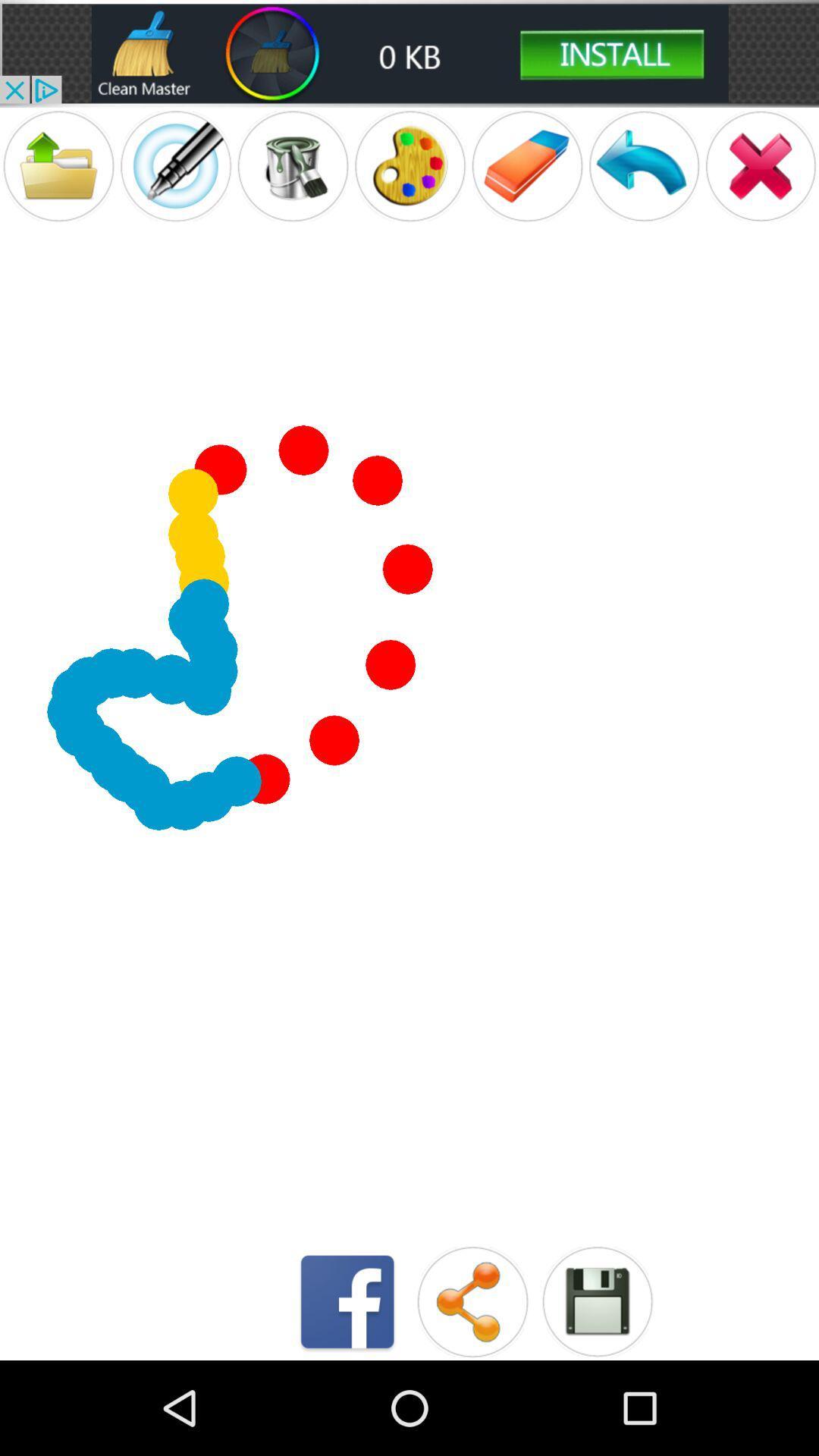  What do you see at coordinates (761, 177) in the screenshot?
I see `the close icon` at bounding box center [761, 177].